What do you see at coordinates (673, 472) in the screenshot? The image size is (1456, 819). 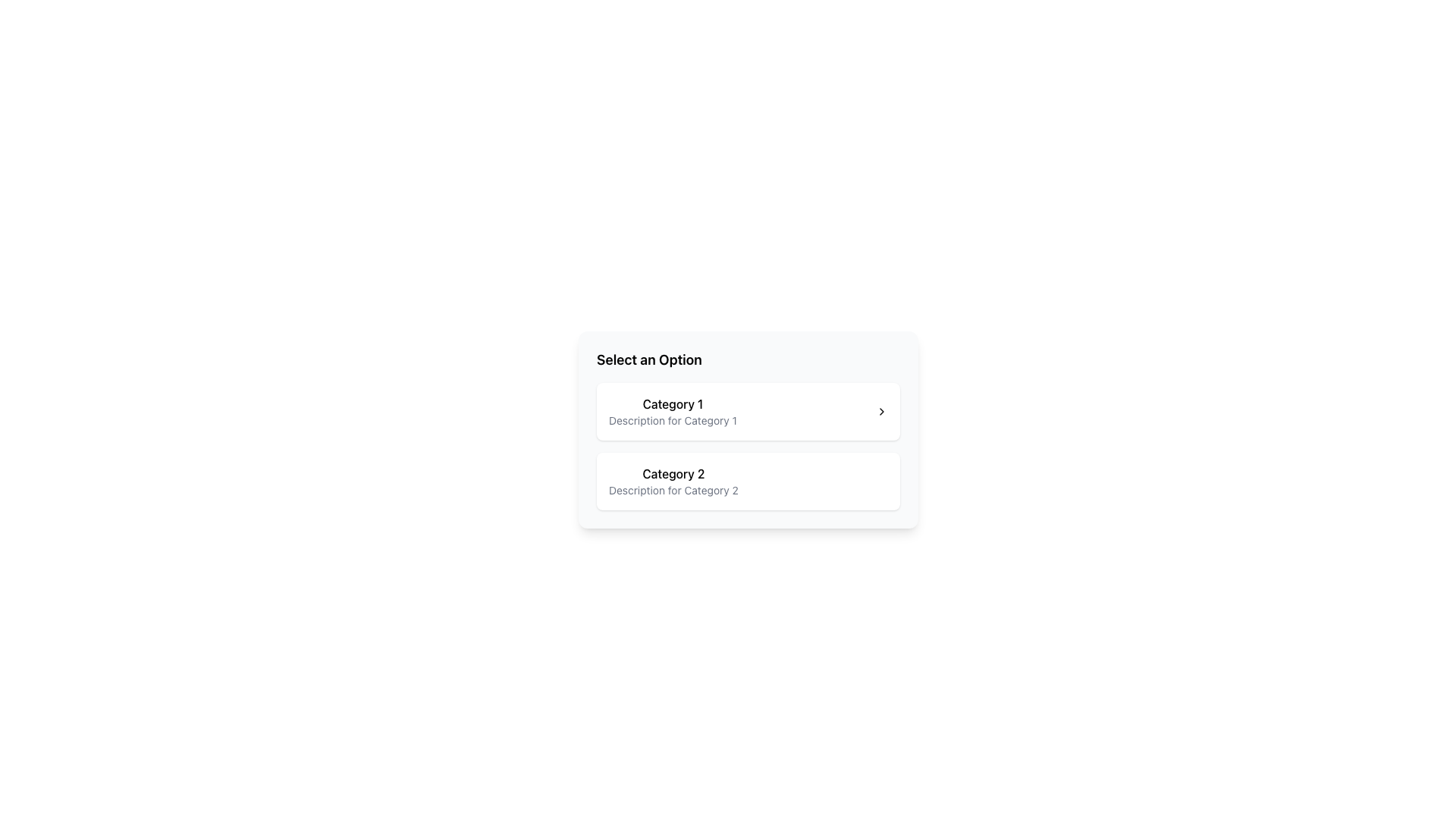 I see `text label 'Category 2' in the second option card to gather information about this category` at bounding box center [673, 472].